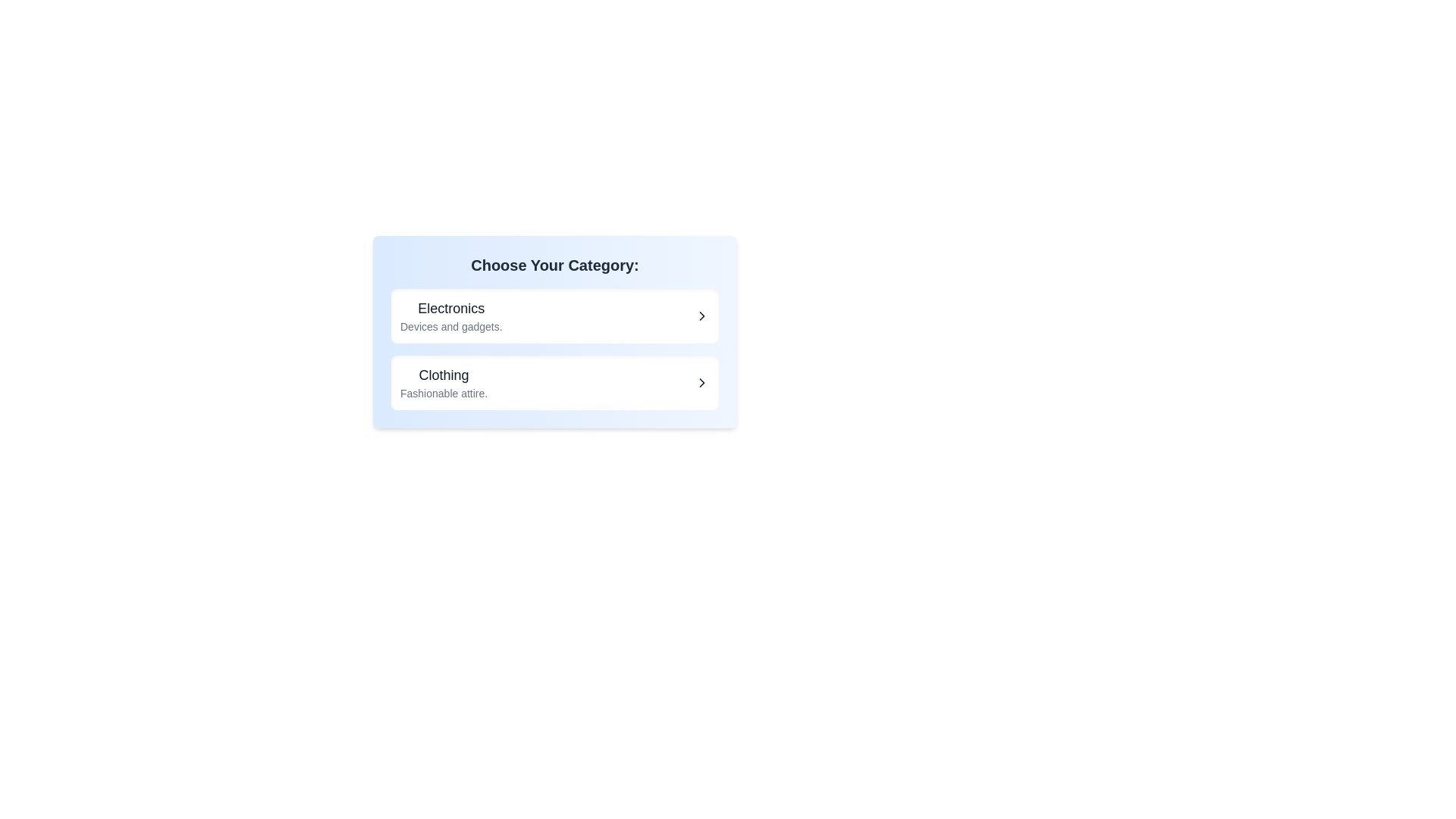 The image size is (1456, 819). Describe the element at coordinates (443, 382) in the screenshot. I see `the second list item under the 'Choose Your Category' header, which is related to clothing and positioned between 'Electronics' and the rightward-pointing arrow icon` at that location.